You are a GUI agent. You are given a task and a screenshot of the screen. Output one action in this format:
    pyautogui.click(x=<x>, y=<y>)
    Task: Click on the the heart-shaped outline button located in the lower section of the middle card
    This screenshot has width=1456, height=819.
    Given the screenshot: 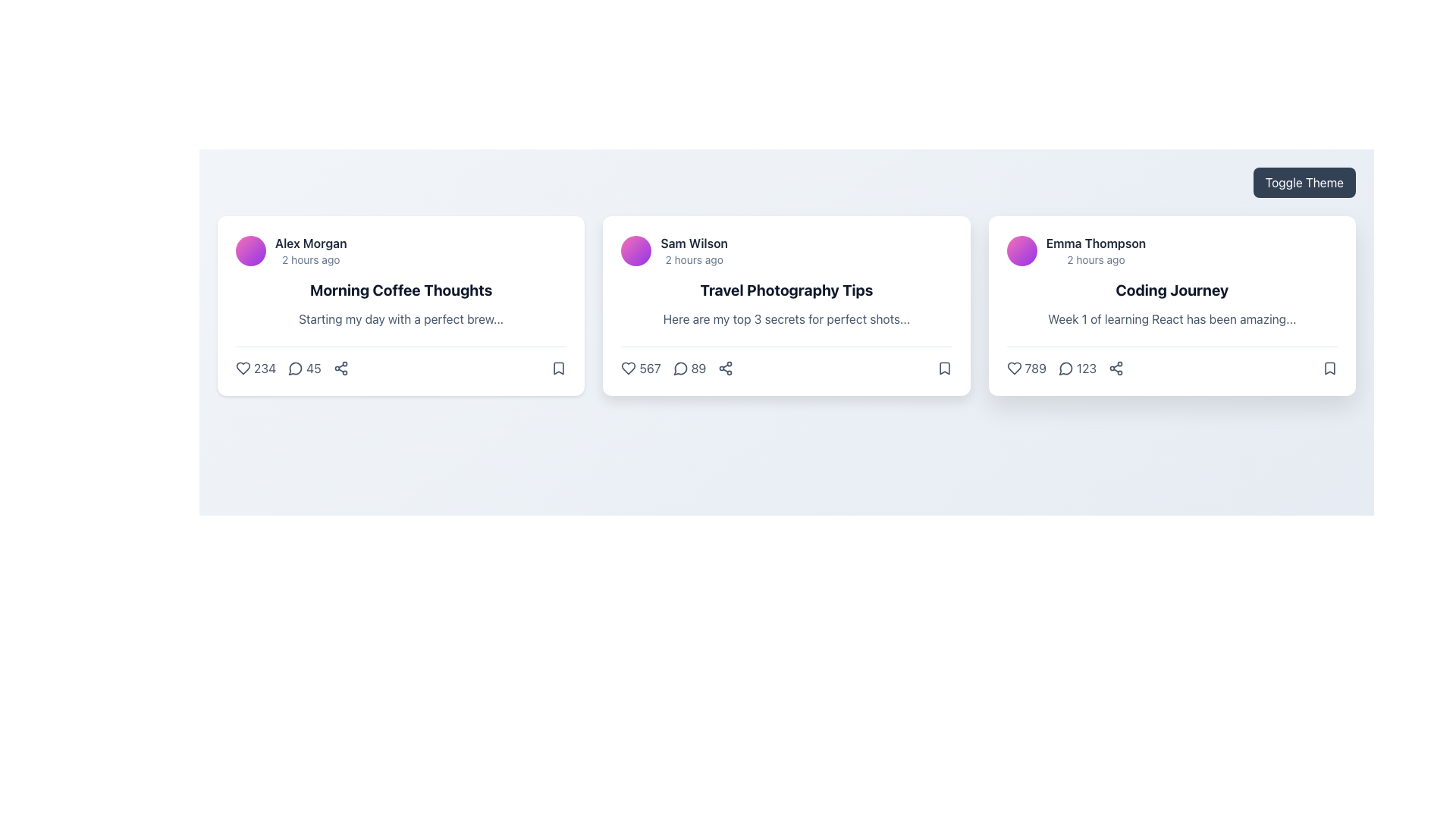 What is the action you would take?
    pyautogui.click(x=629, y=369)
    